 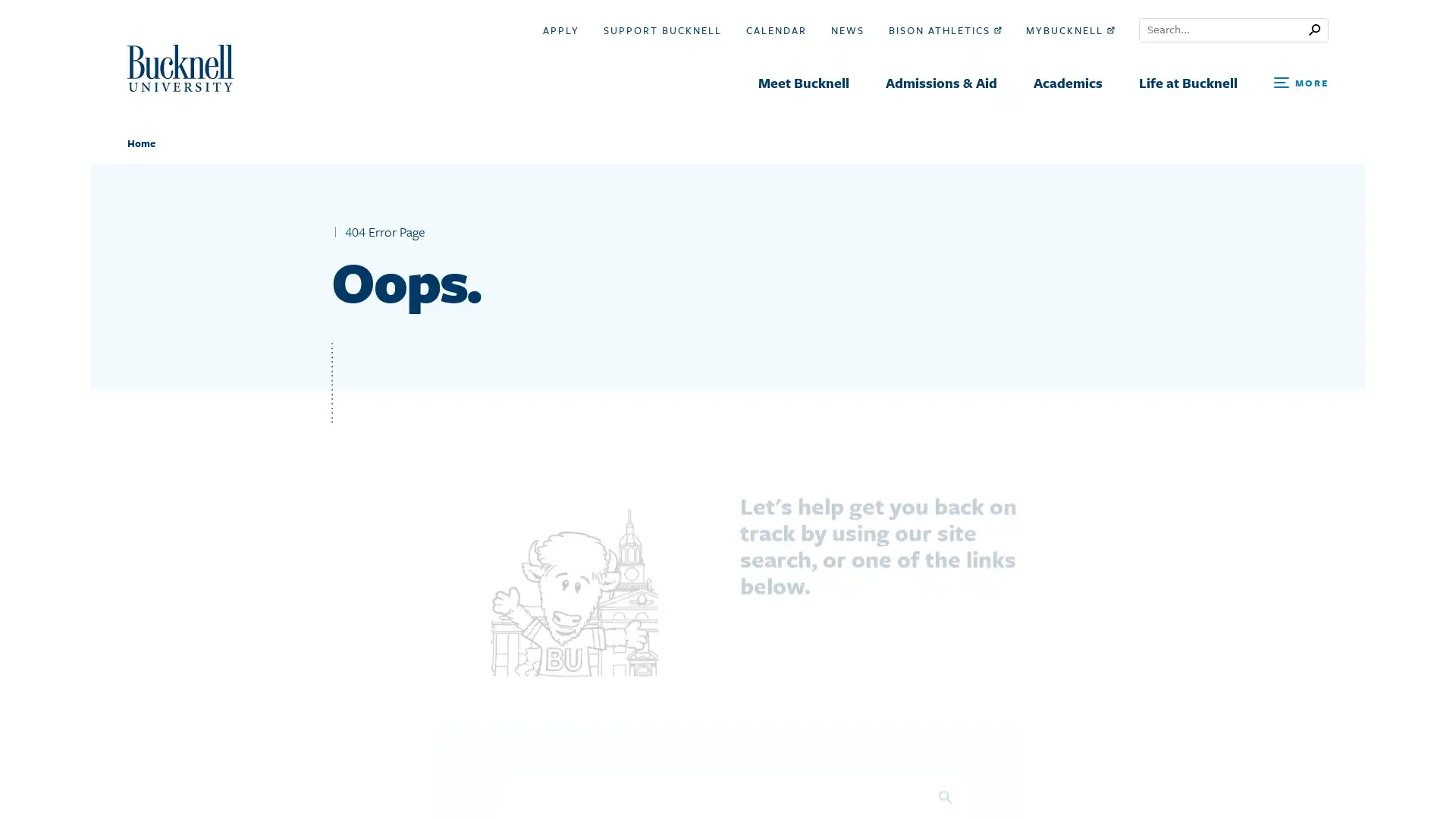 What do you see at coordinates (1301, 83) in the screenshot?
I see `Open Search and Additional Links` at bounding box center [1301, 83].